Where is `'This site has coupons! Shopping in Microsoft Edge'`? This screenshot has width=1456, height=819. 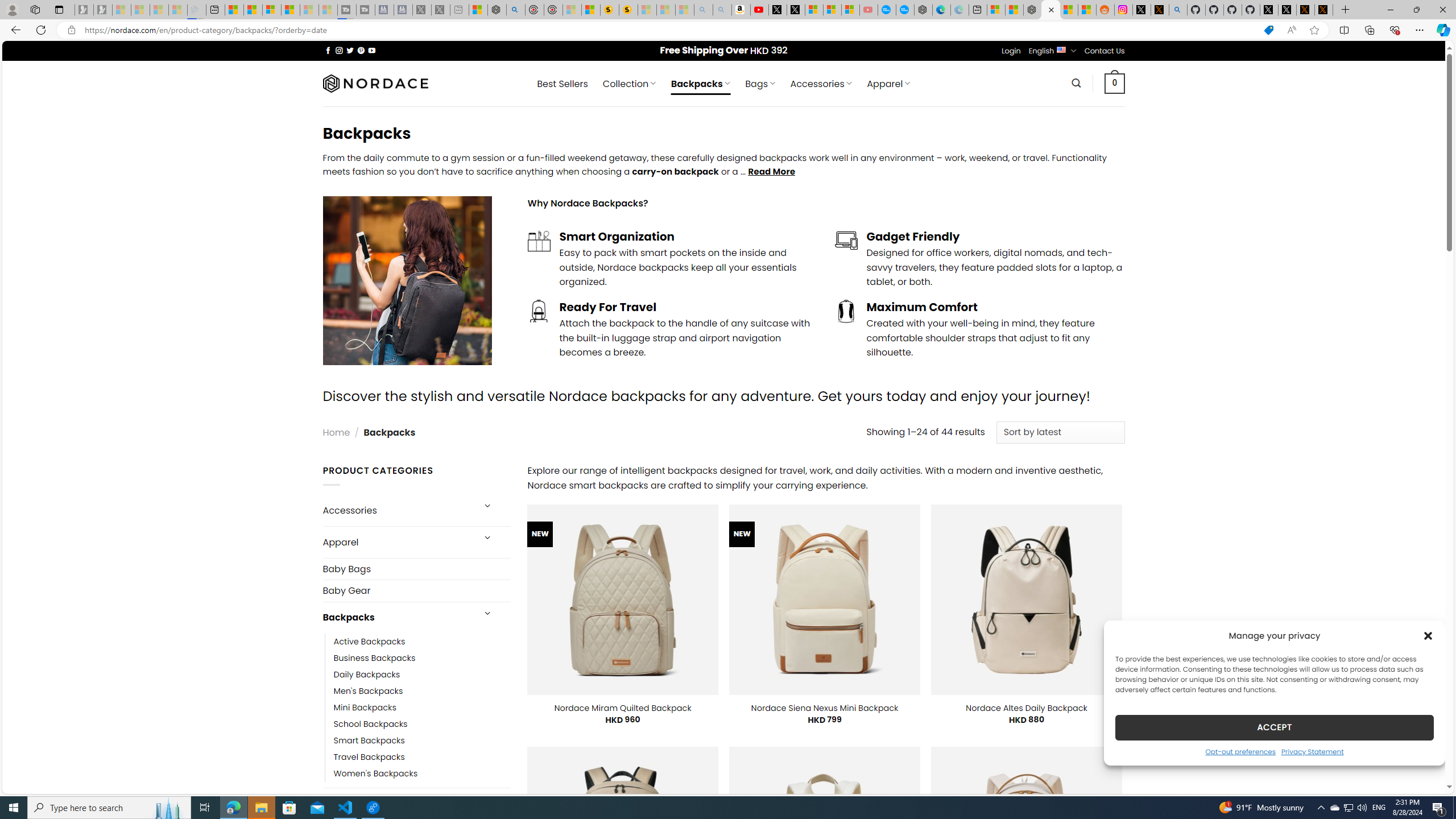 'This site has coupons! Shopping in Microsoft Edge' is located at coordinates (1268, 30).